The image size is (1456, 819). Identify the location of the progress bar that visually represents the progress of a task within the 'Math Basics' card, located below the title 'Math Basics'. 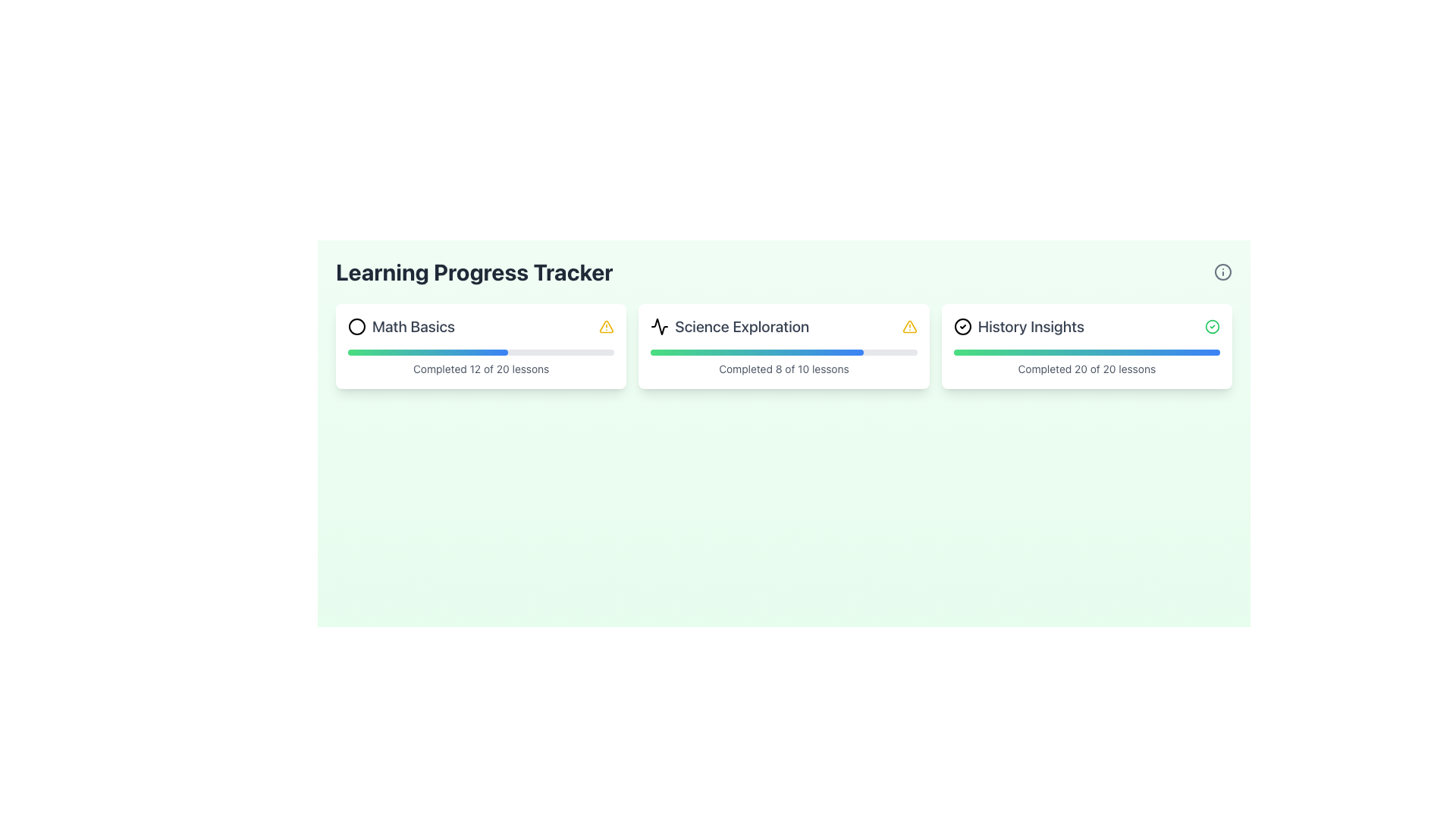
(427, 353).